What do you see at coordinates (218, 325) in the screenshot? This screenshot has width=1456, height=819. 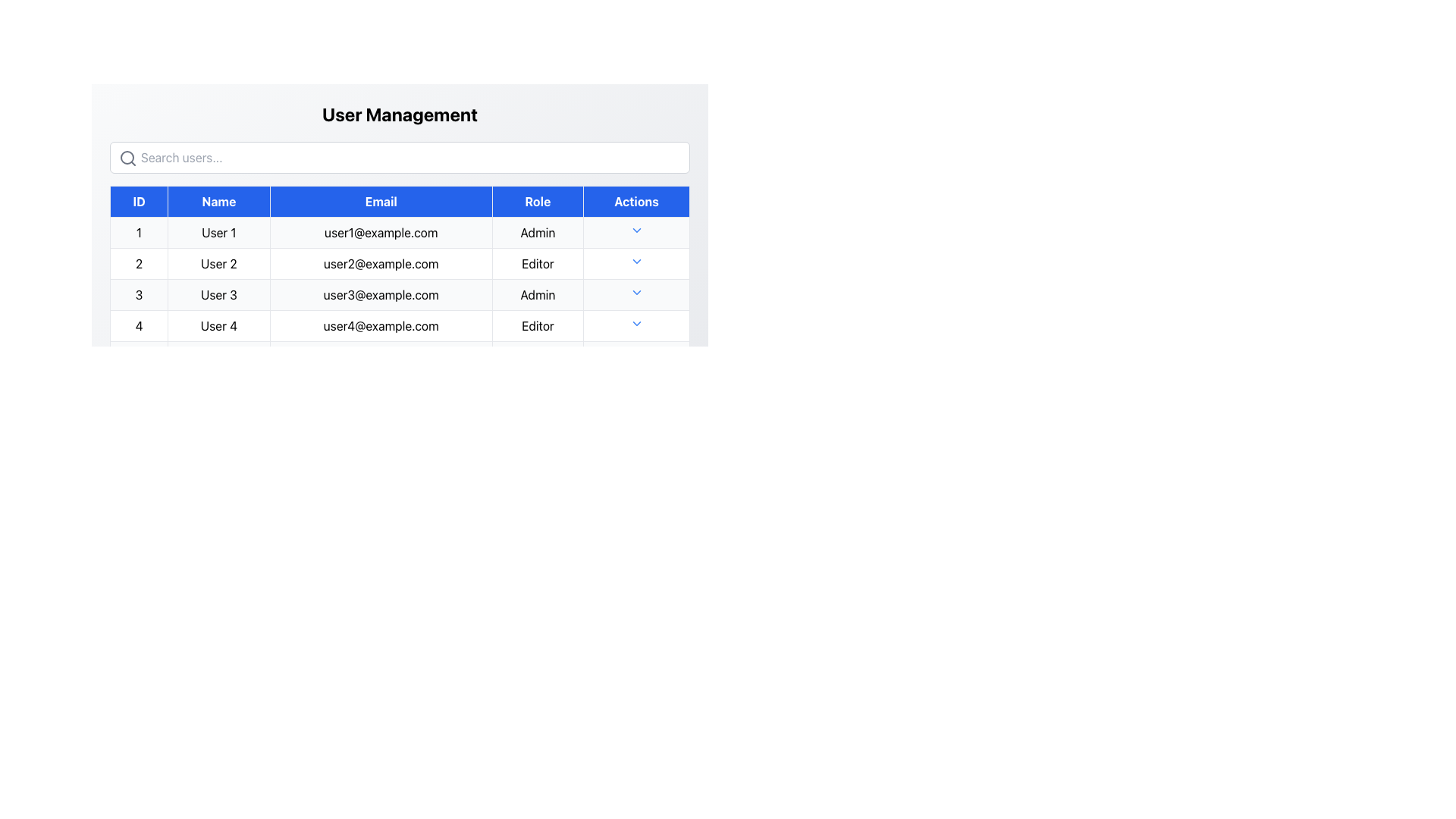 I see `the label representing the name of the fourth user in the user management table, located in the fourth row of the 'Name' column, adjacent to the email cell displaying 'user4@example.com'` at bounding box center [218, 325].